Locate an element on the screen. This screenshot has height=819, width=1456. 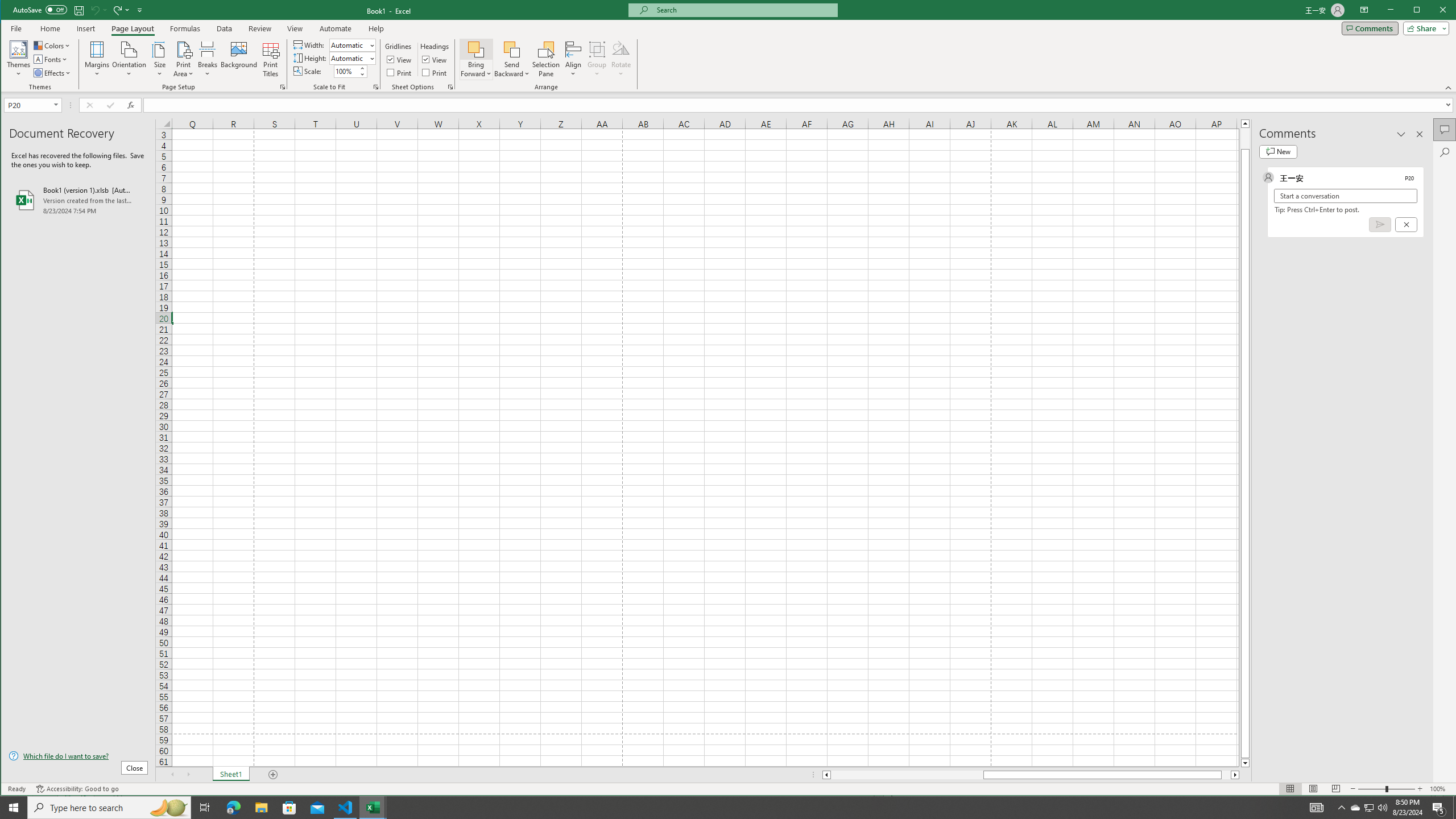
'Action Center, 5 new notifications' is located at coordinates (1439, 806).